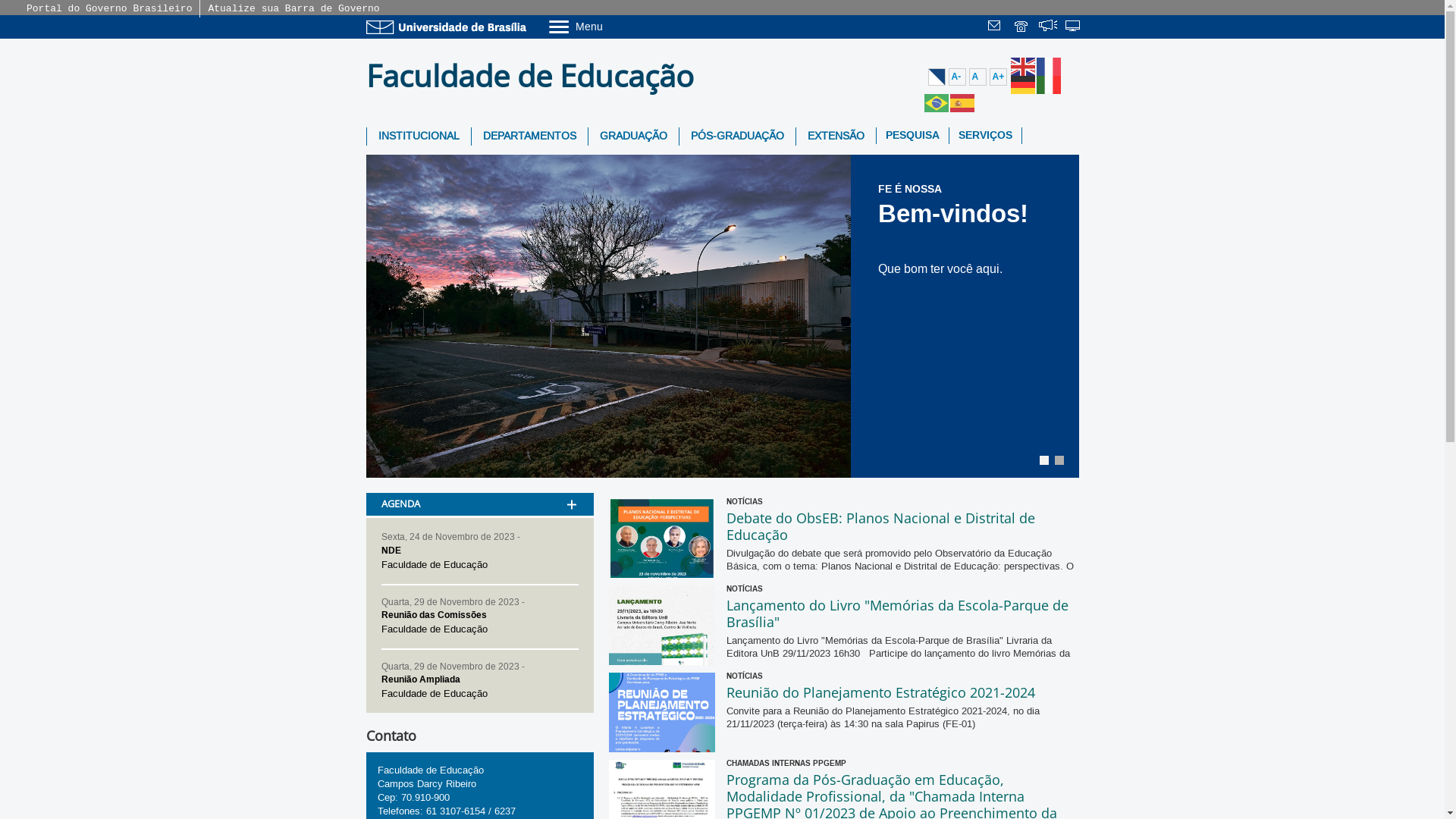 Image resolution: width=1456 pixels, height=819 pixels. Describe the element at coordinates (952, 213) in the screenshot. I see `'Bem-vindos!'` at that location.